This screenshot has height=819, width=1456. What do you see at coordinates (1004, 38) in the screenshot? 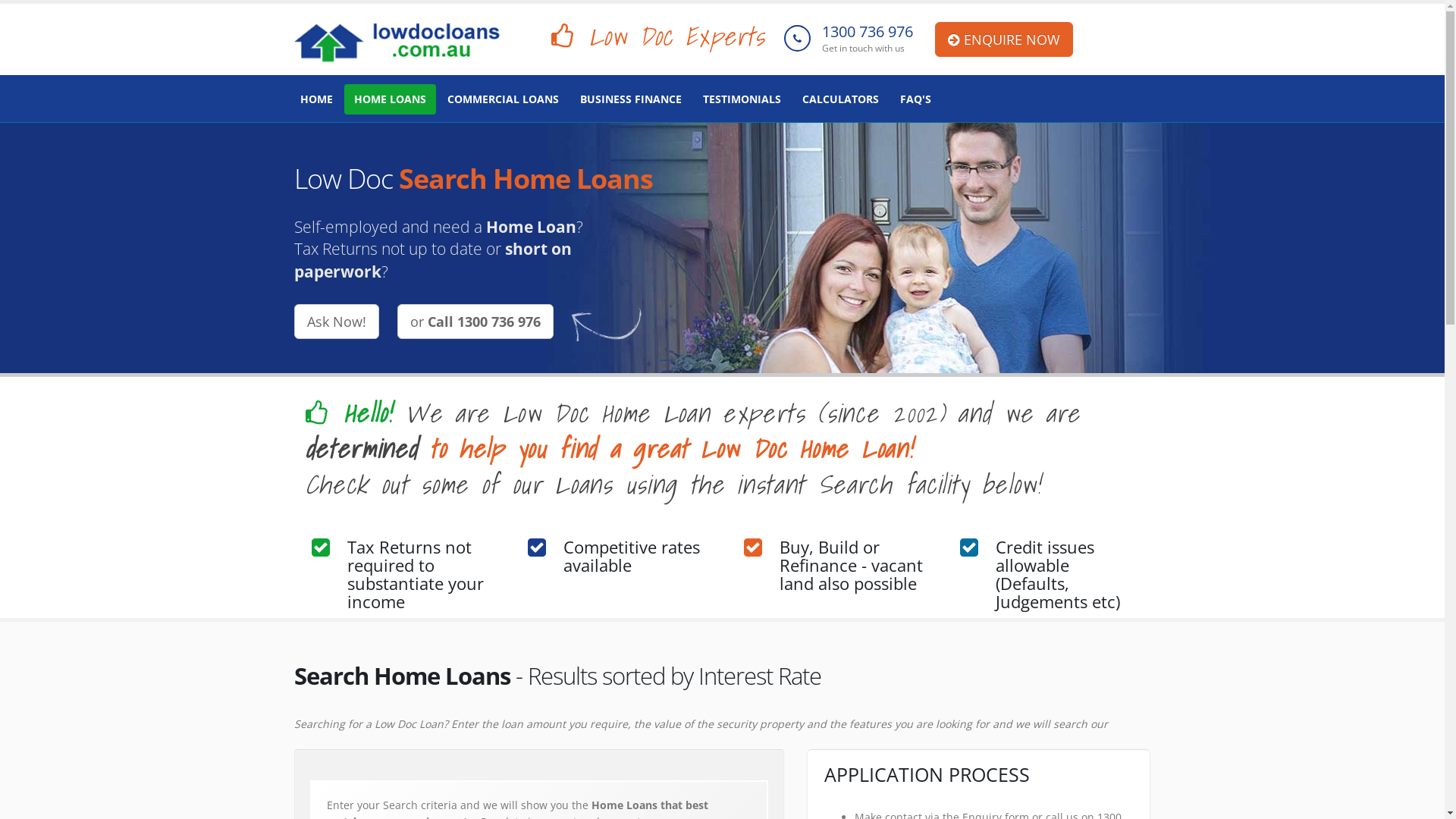
I see `'ENQUIRE NOW'` at bounding box center [1004, 38].